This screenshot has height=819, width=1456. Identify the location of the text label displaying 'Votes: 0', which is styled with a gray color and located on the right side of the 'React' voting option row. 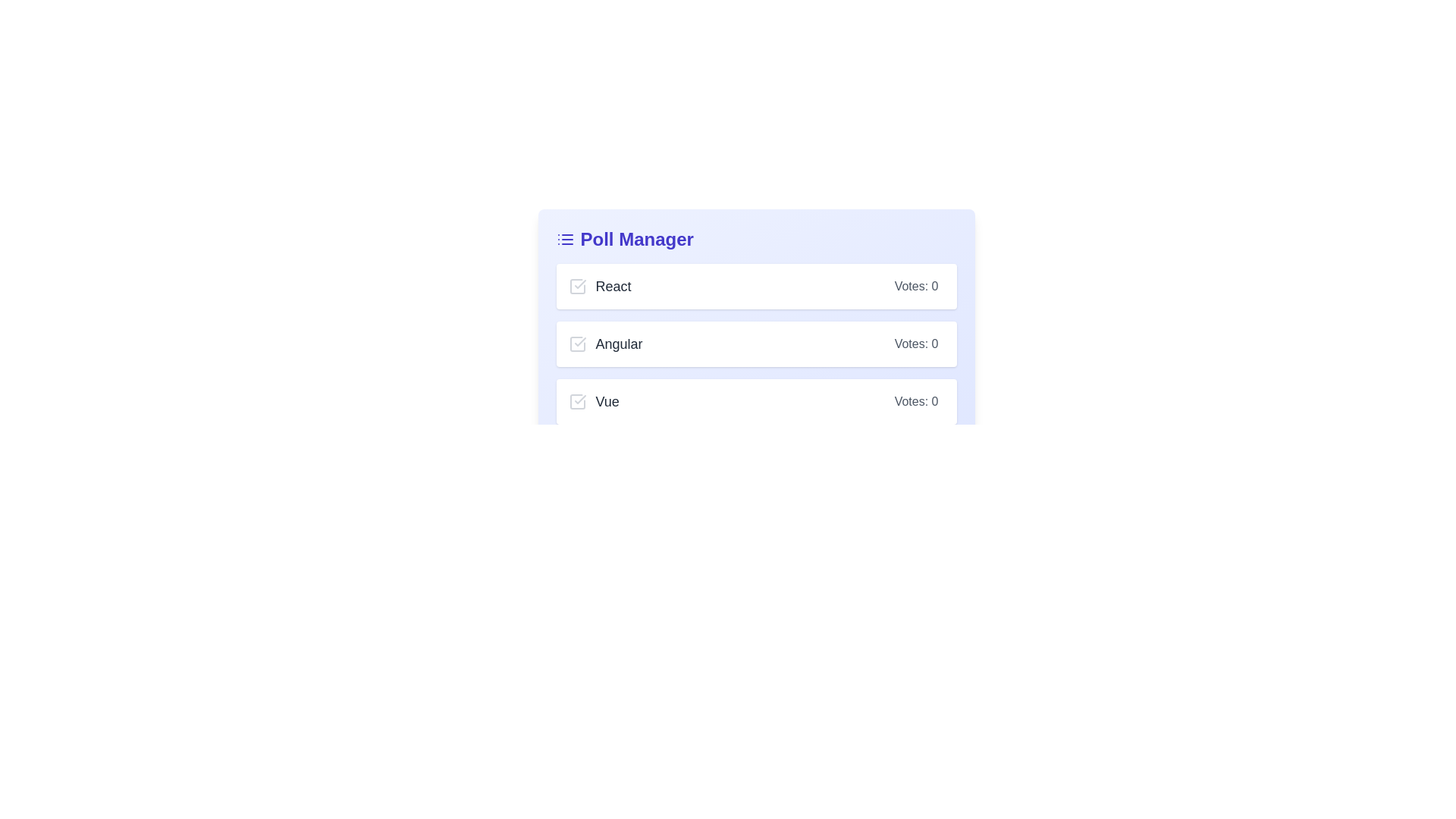
(915, 287).